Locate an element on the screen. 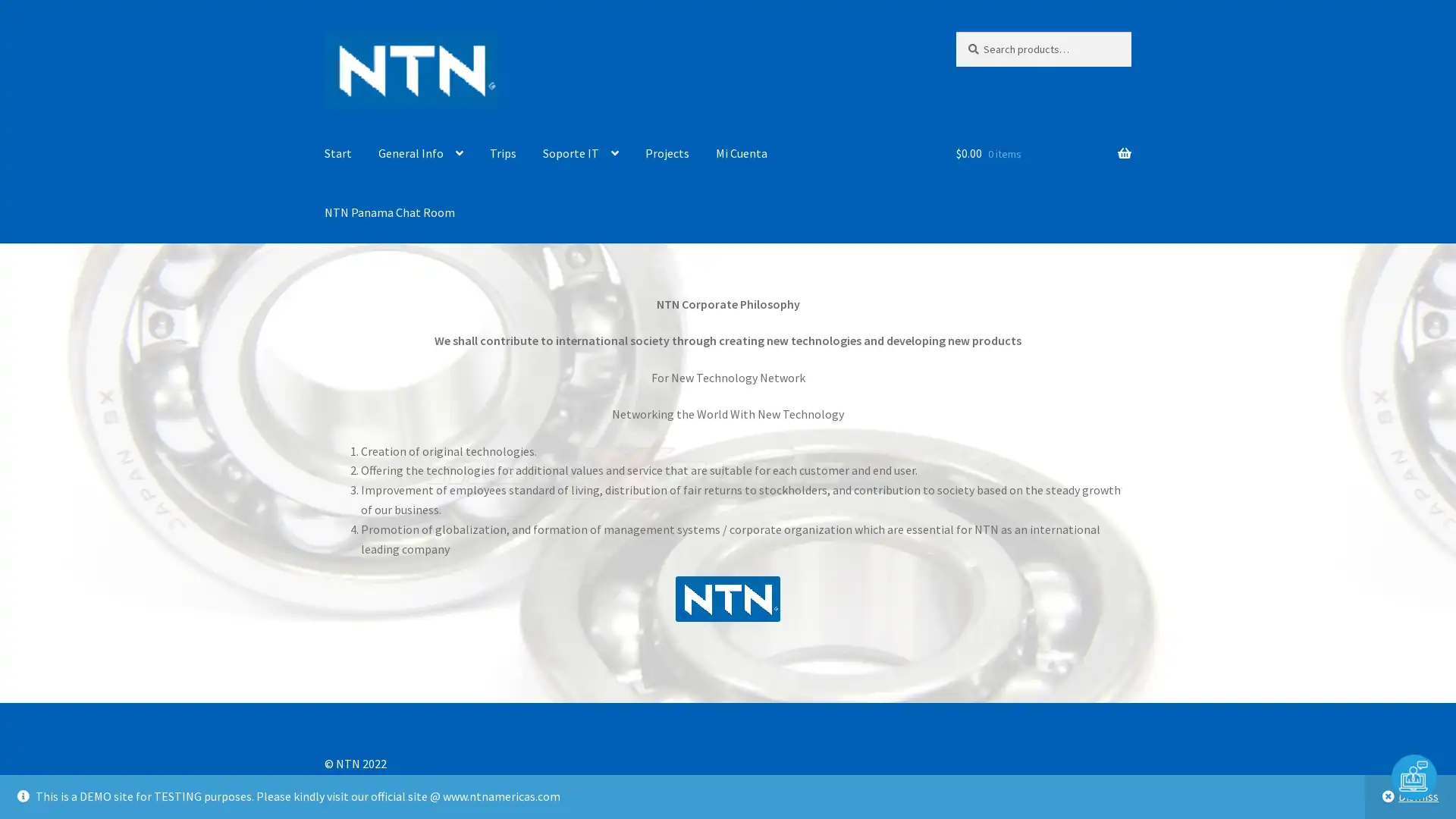 This screenshot has height=819, width=1456. Search is located at coordinates (954, 30).